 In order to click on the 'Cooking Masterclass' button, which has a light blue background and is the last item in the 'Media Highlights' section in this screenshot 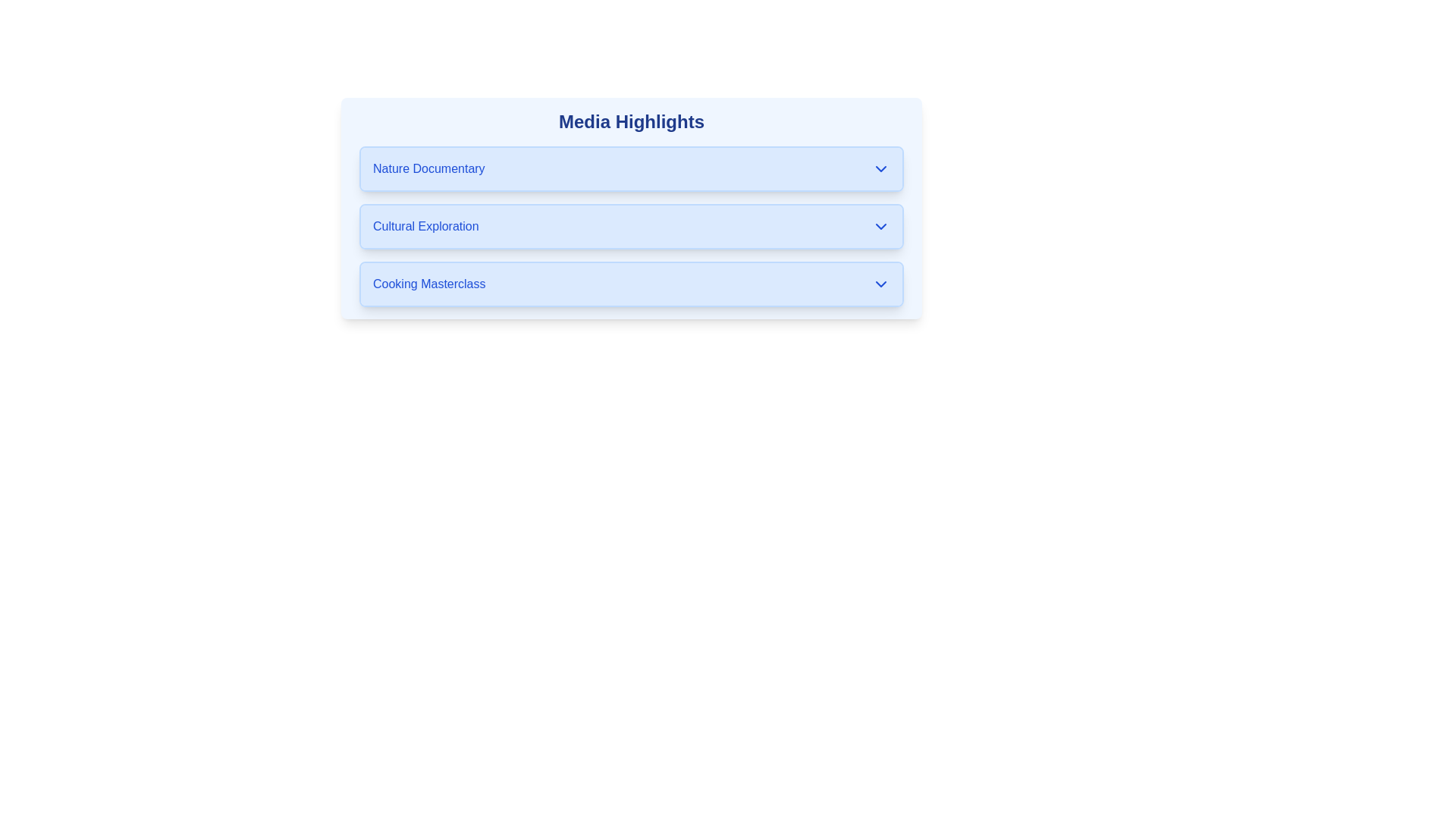, I will do `click(632, 284)`.